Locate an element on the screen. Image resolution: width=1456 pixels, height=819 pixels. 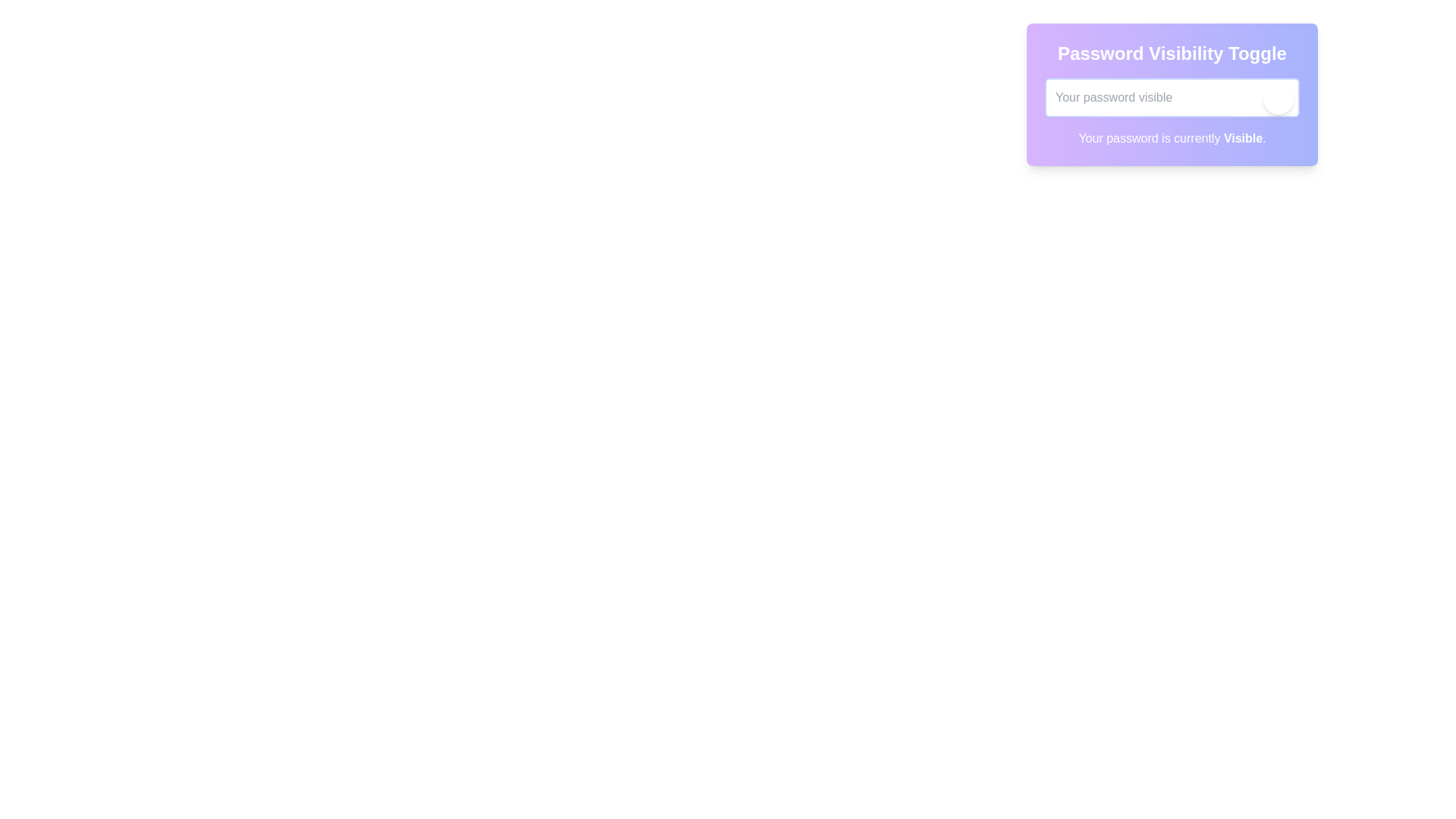
the visibility toggle button to switch the password field type is located at coordinates (1277, 99).